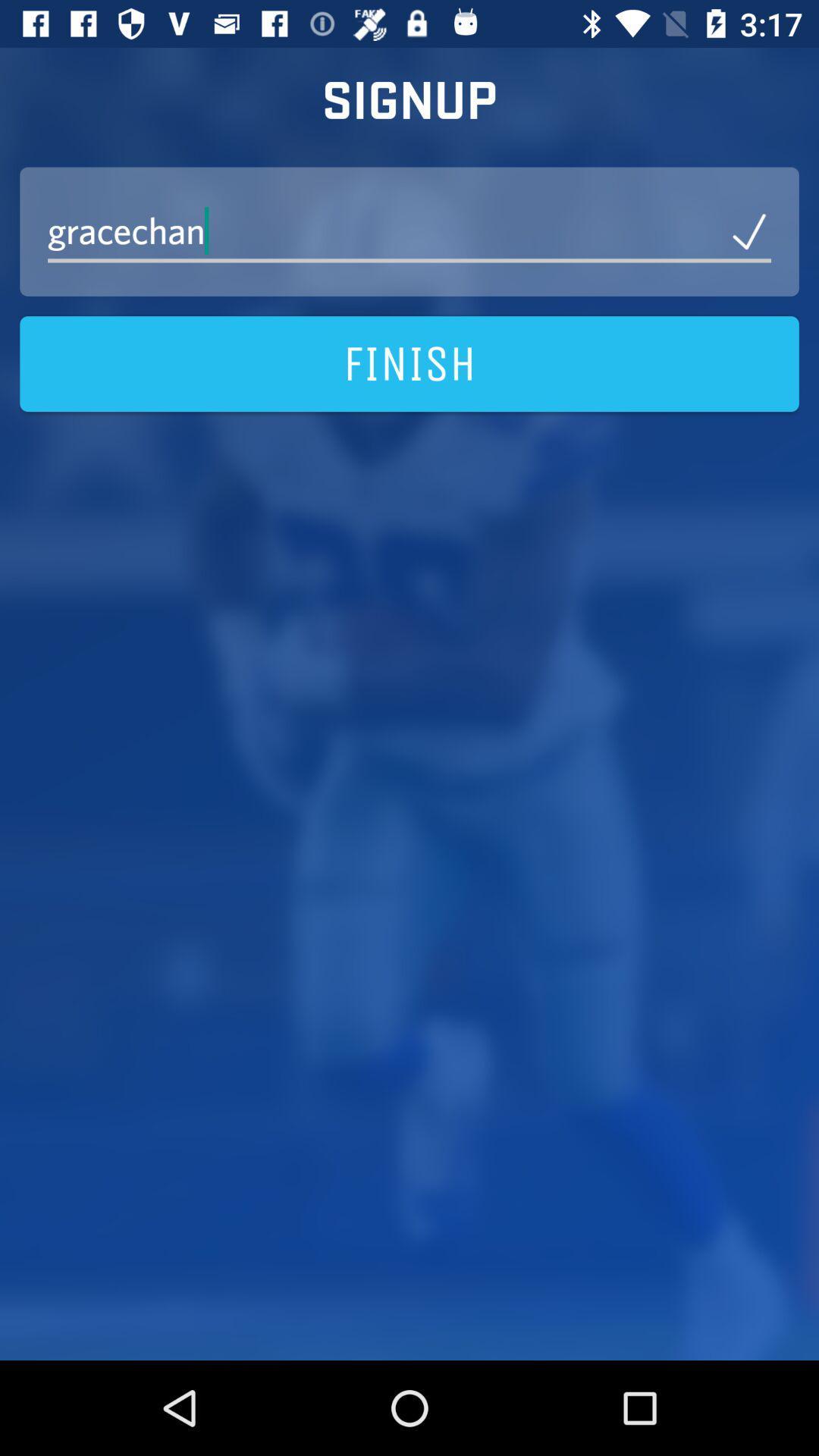 This screenshot has width=819, height=1456. What do you see at coordinates (409, 231) in the screenshot?
I see `the gracechan icon` at bounding box center [409, 231].